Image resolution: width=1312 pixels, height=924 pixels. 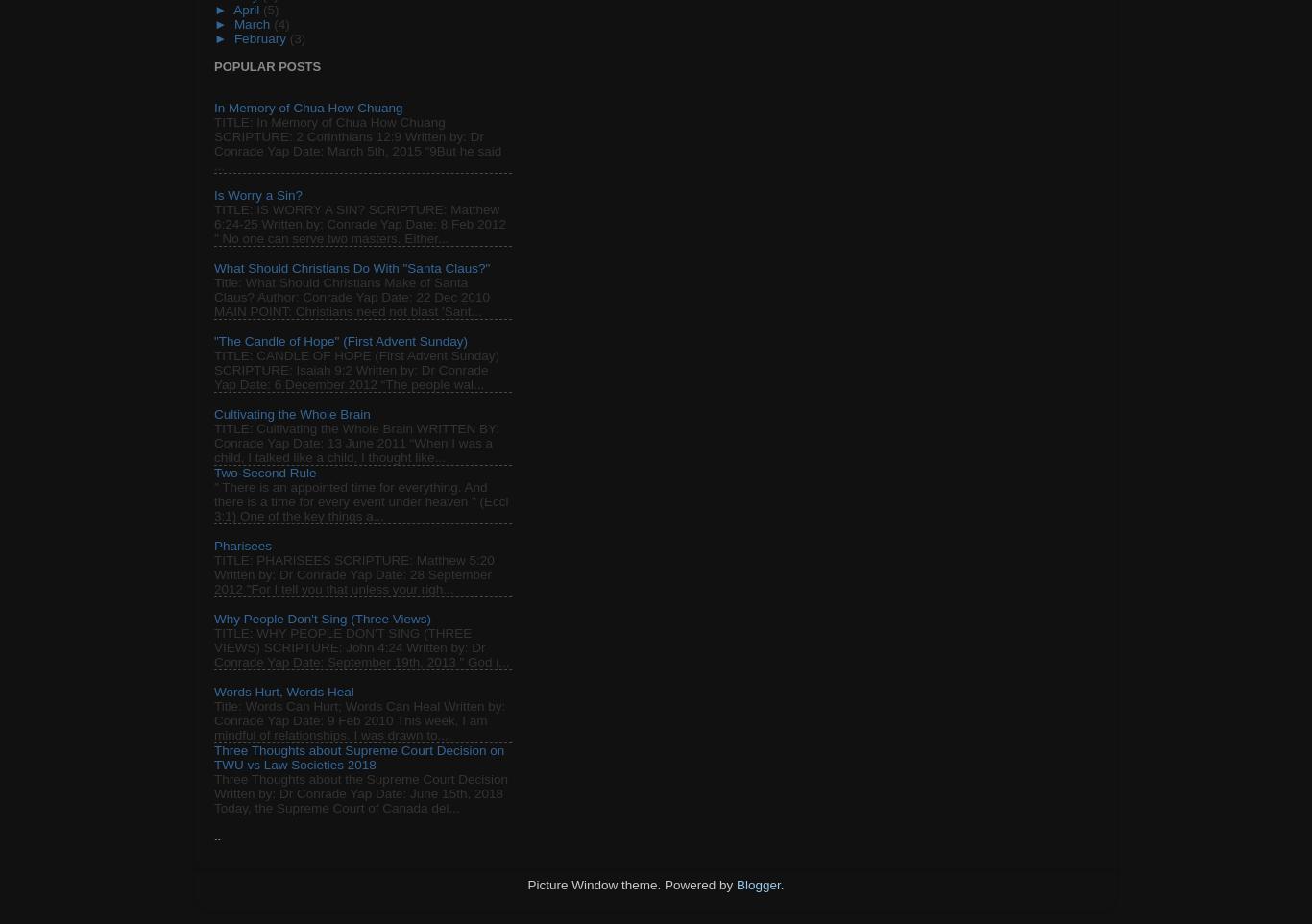 I want to click on 'TITLE: PHARISEES  SCRIPTURE: Matthew 5:20  Written by: Dr Conrade Yap  Date: 28 September 2012    "For I tell you that unless your righ...', so click(x=352, y=573).